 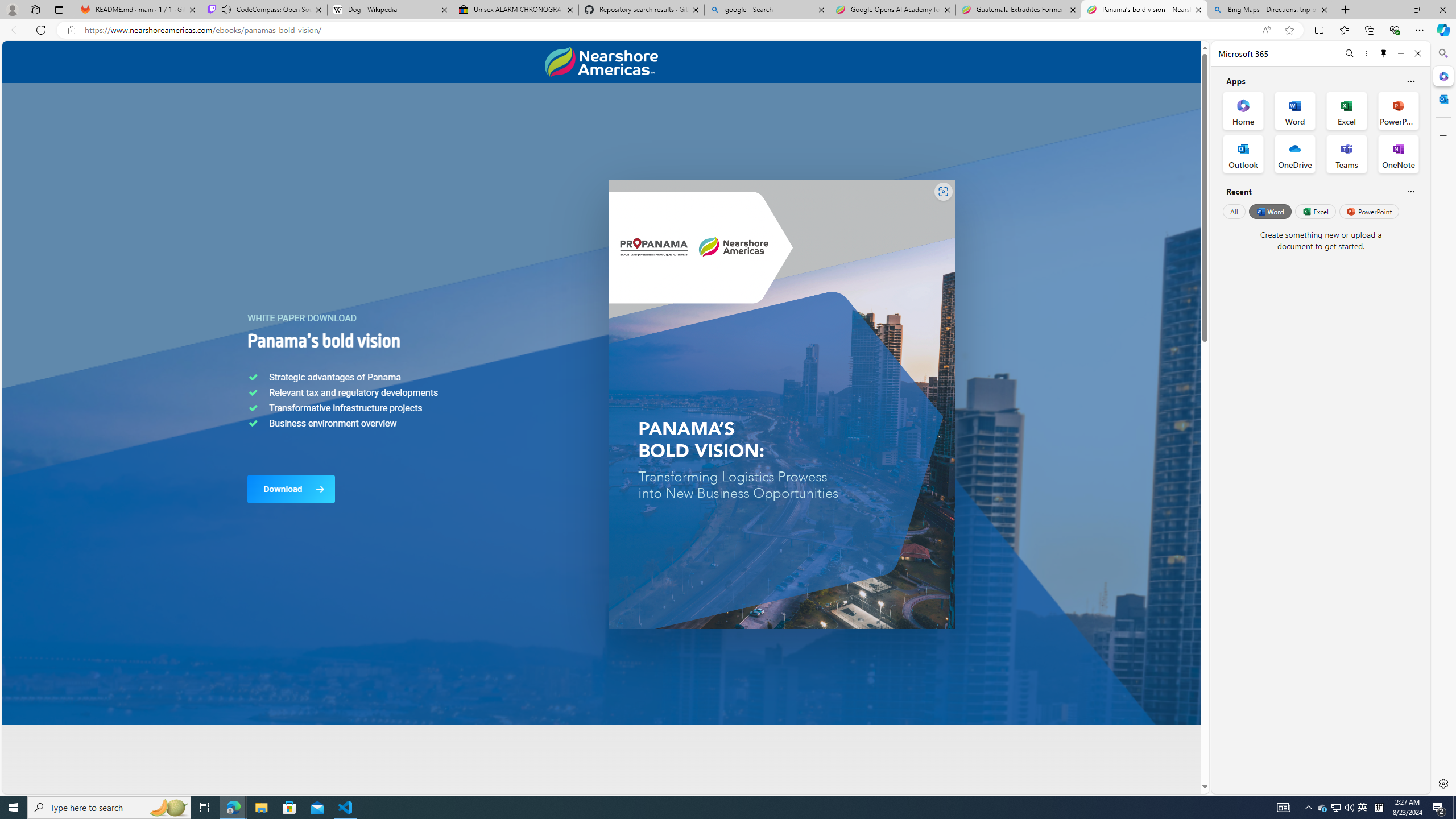 What do you see at coordinates (1398, 154) in the screenshot?
I see `'OneNote Office App'` at bounding box center [1398, 154].